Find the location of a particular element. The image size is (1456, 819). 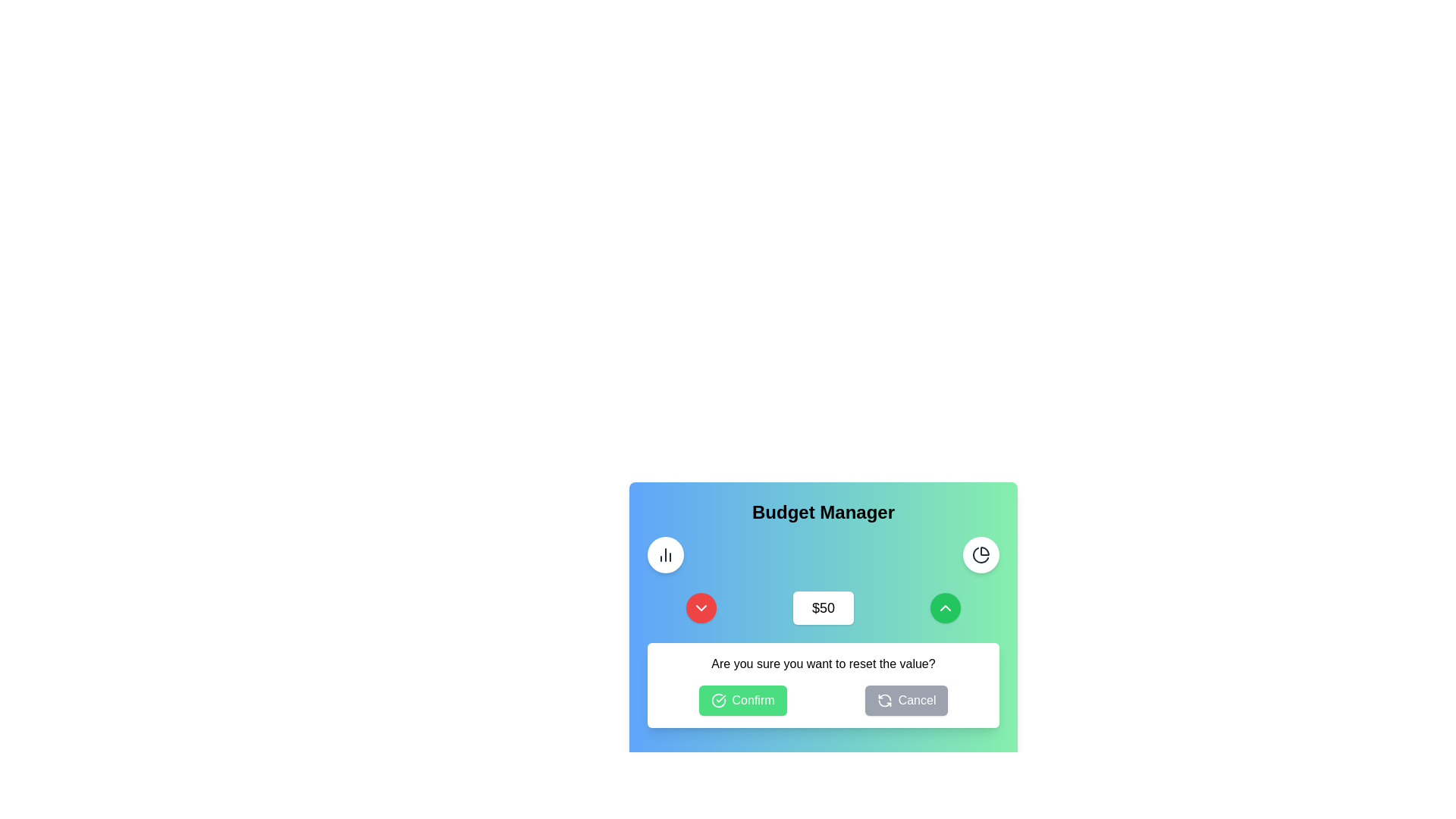

the static text display box that shows the current budget value to focus on it is located at coordinates (822, 607).